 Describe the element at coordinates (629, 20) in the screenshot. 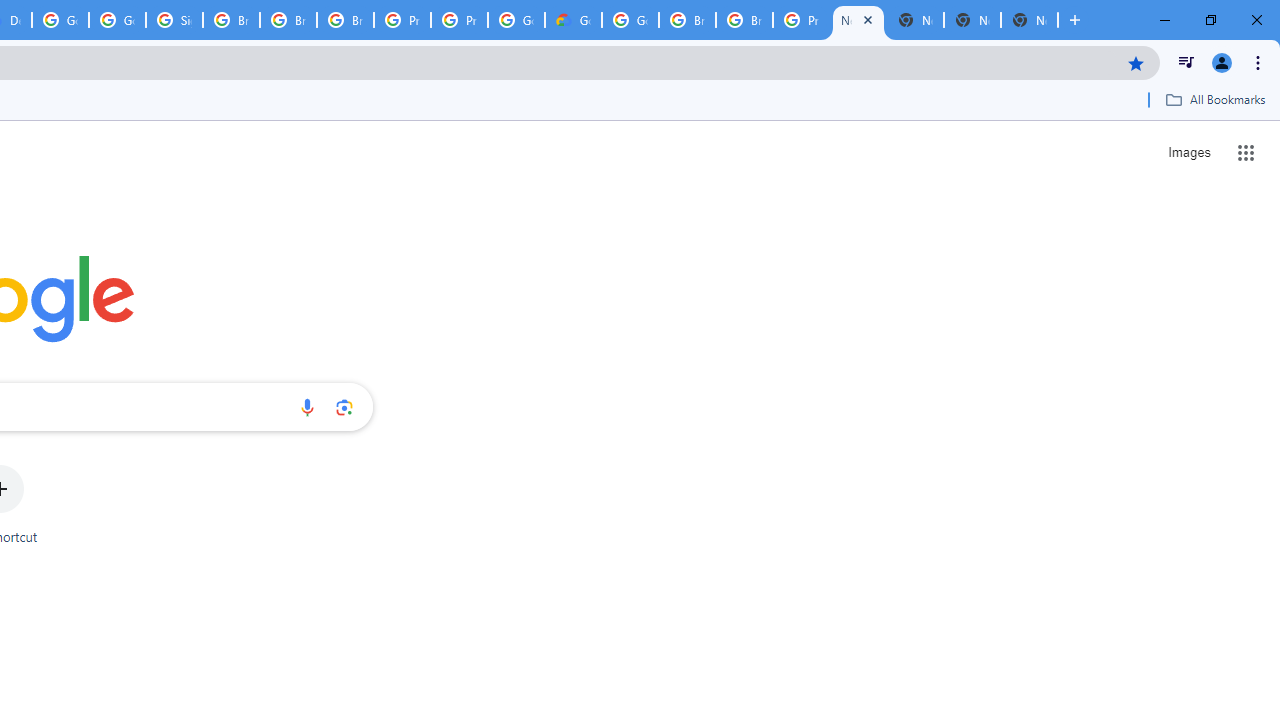

I see `'Google Cloud Platform'` at that location.